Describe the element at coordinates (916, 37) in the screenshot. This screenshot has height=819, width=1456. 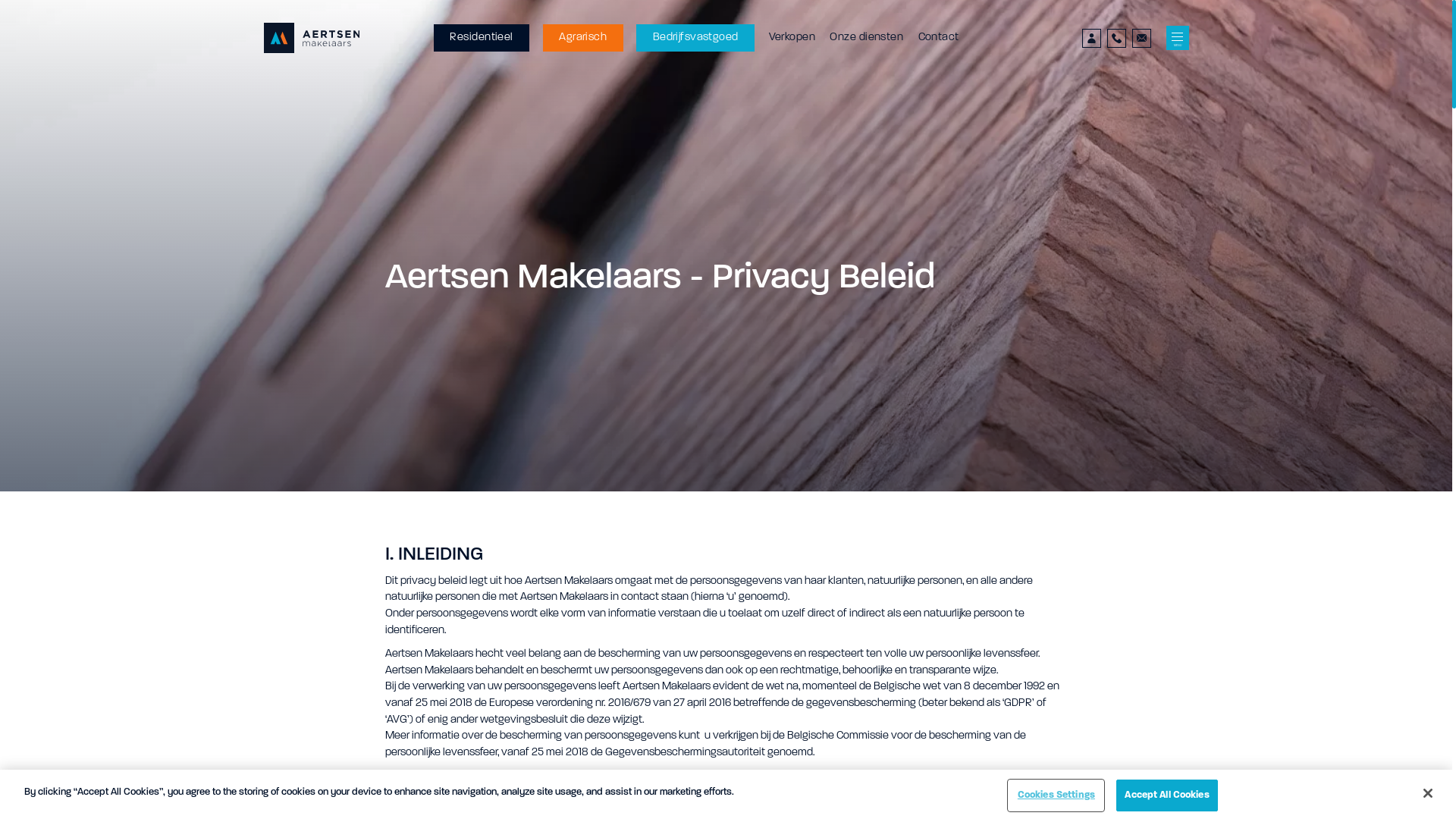
I see `'Contact'` at that location.